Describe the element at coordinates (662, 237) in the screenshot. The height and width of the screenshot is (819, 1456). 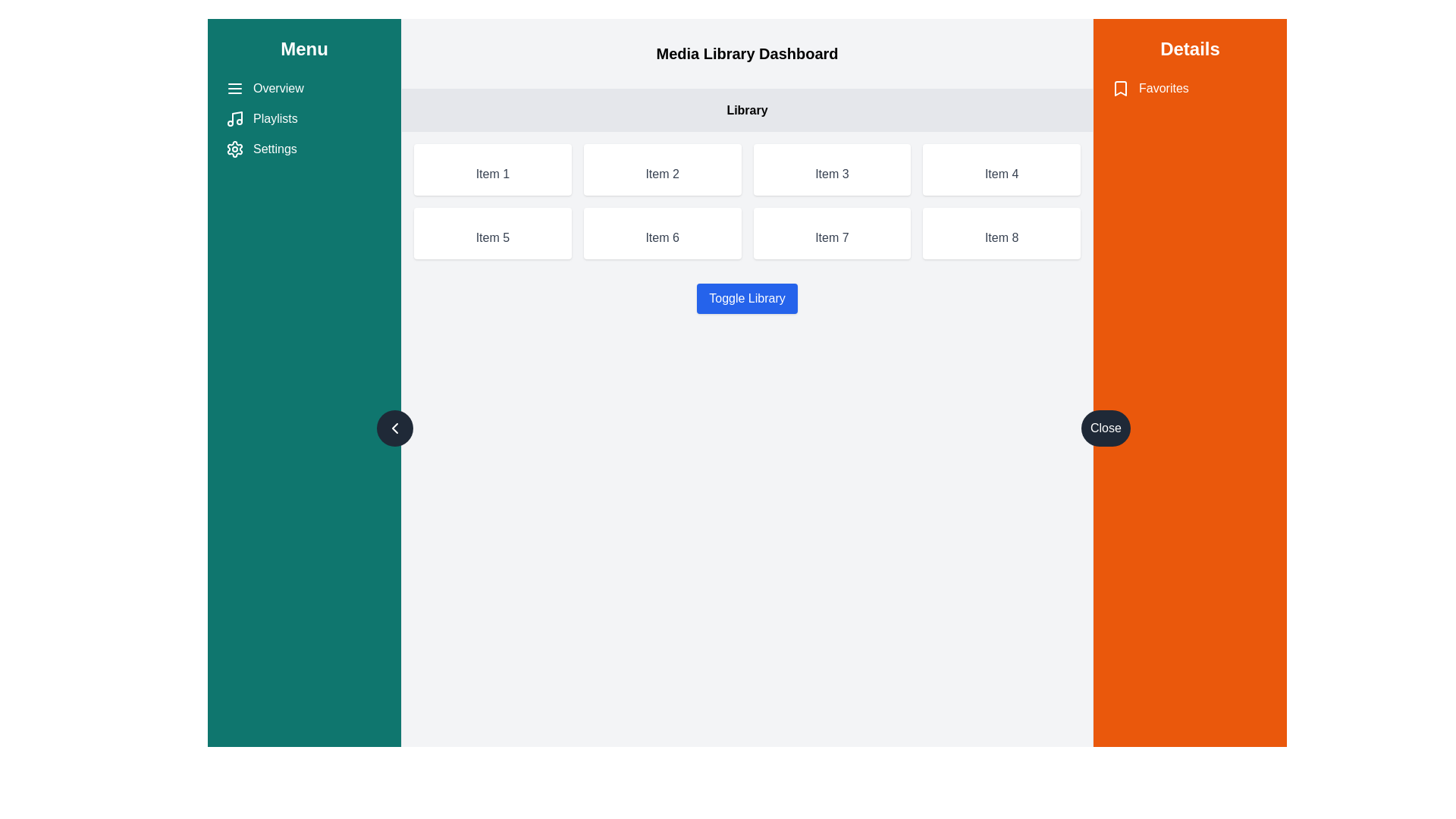
I see `the Text Label that displays an item label or identifier, located within a card in the second row and second column of a four-by-two grid layout` at that location.